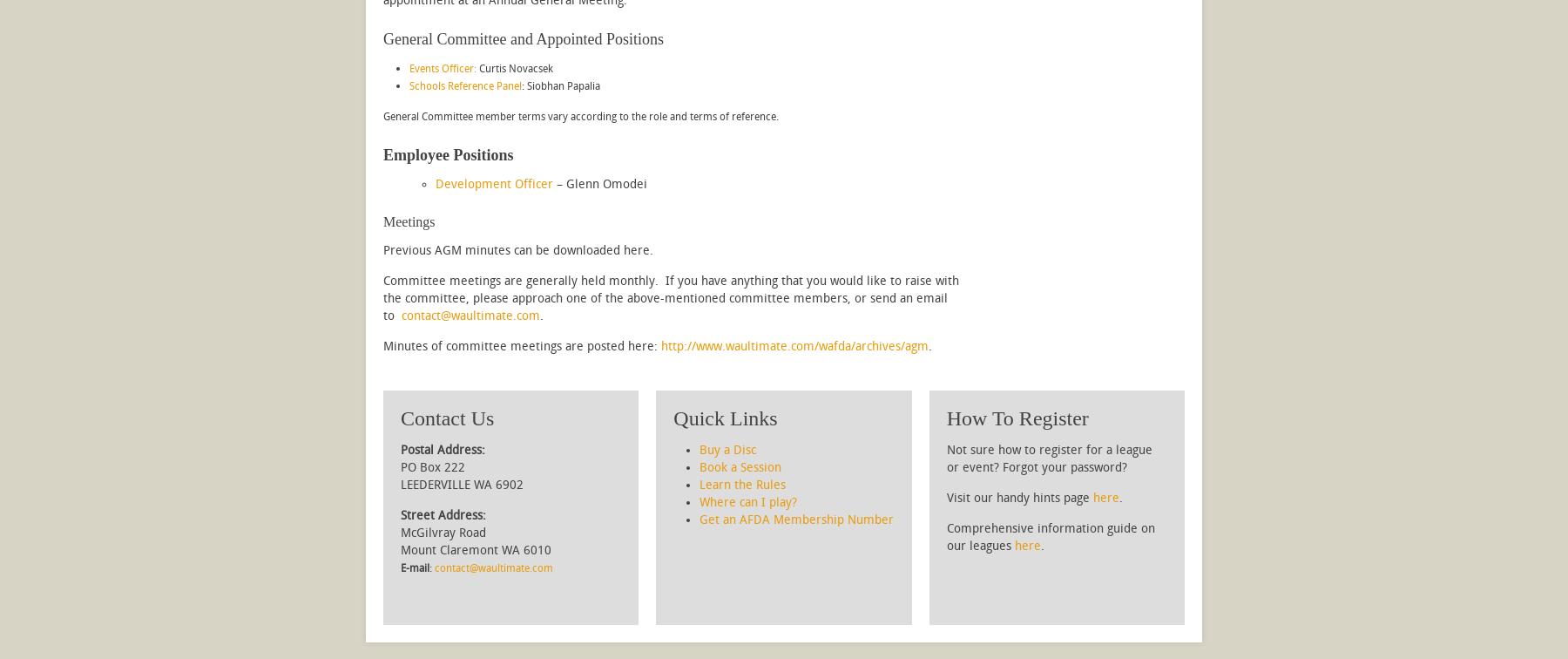  I want to click on 'Visit our handy hints page', so click(1018, 498).